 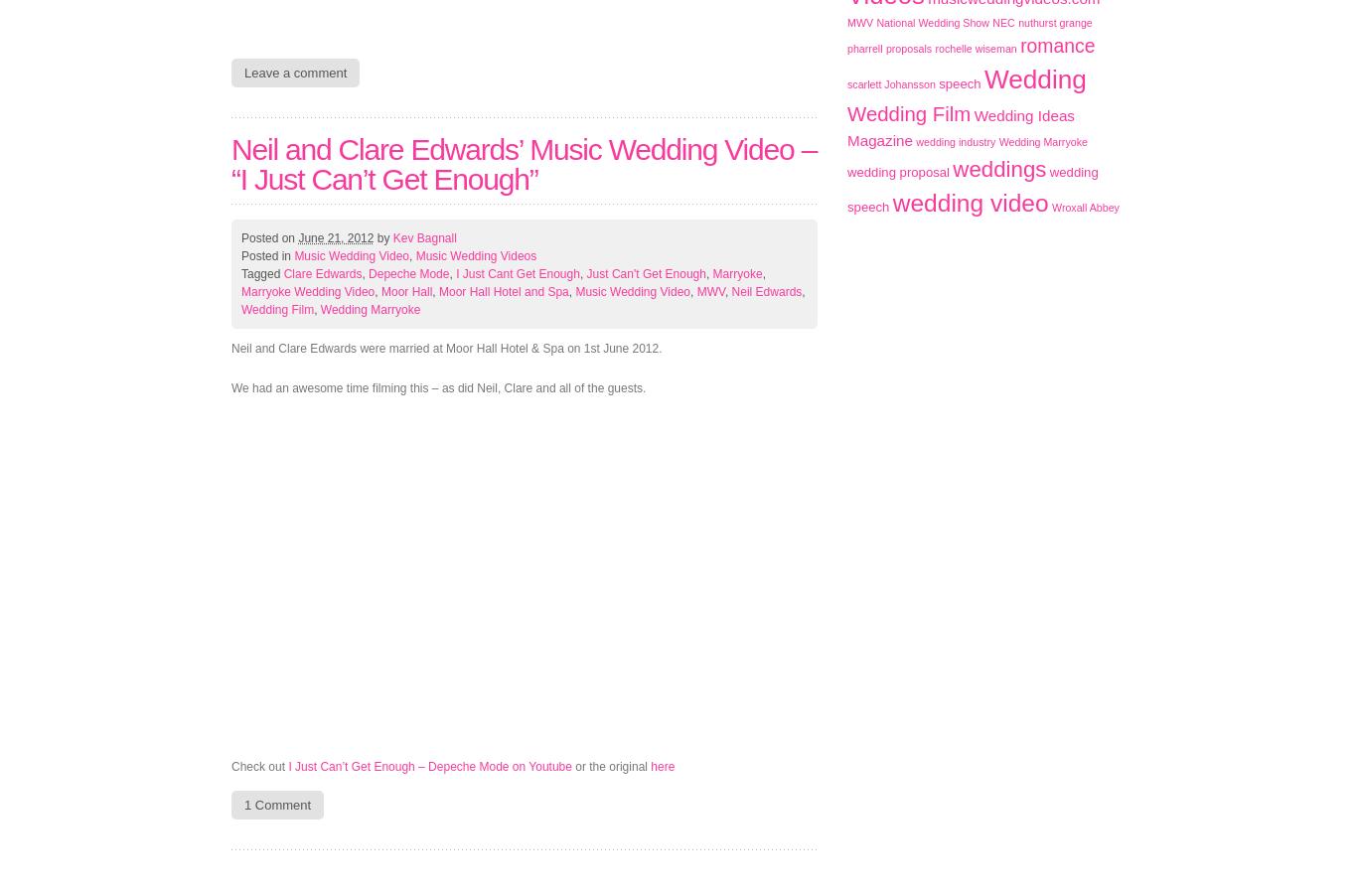 What do you see at coordinates (960, 127) in the screenshot?
I see `'Wedding Ideas Magazine'` at bounding box center [960, 127].